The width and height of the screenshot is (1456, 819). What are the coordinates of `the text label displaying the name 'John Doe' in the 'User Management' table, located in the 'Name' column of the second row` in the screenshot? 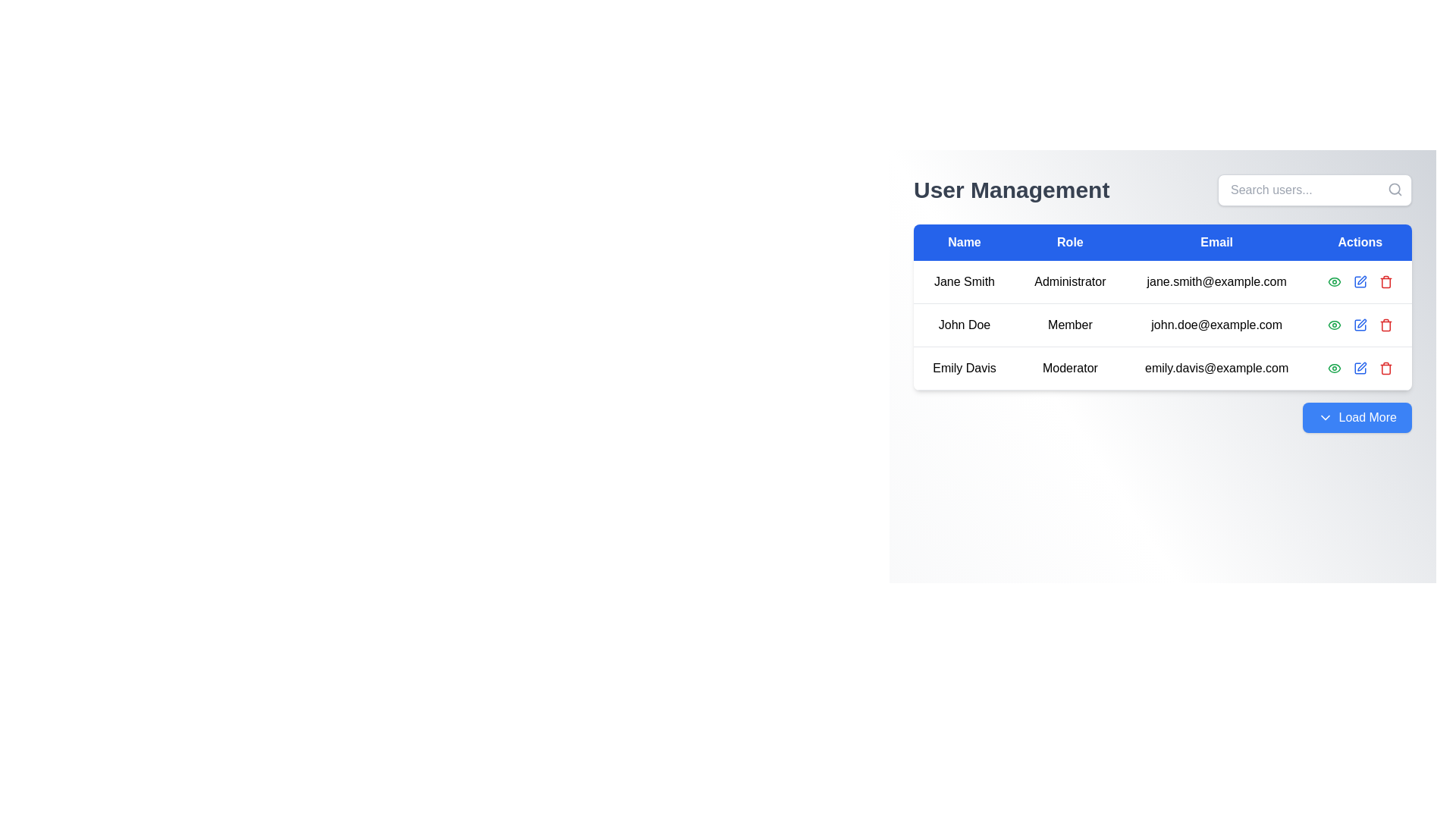 It's located at (964, 324).